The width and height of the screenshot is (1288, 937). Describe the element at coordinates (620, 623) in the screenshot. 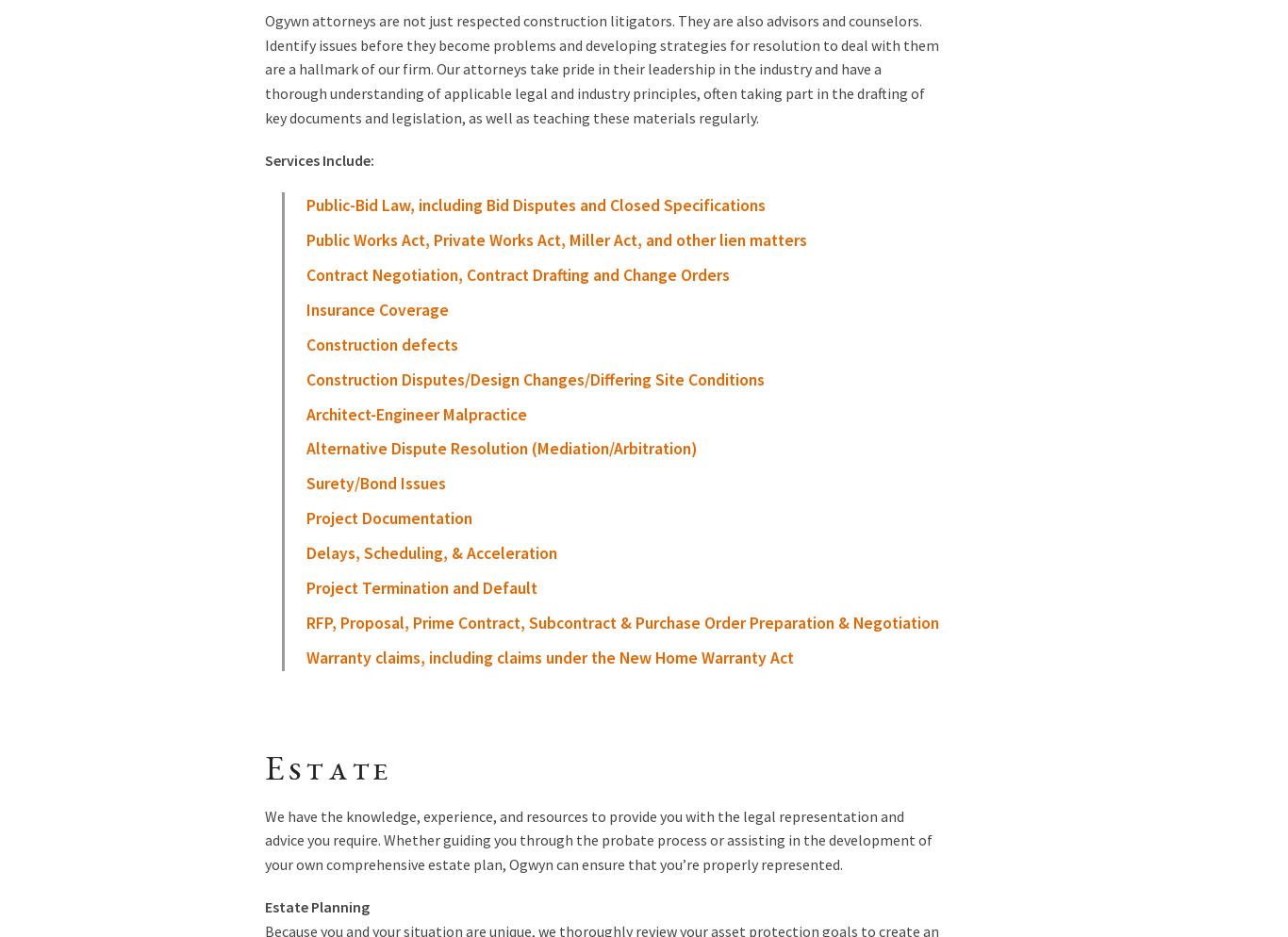

I see `'RFP, Proposal, Prime Contract, Subcontract & Purchase Order Preparation & Negotiation'` at that location.